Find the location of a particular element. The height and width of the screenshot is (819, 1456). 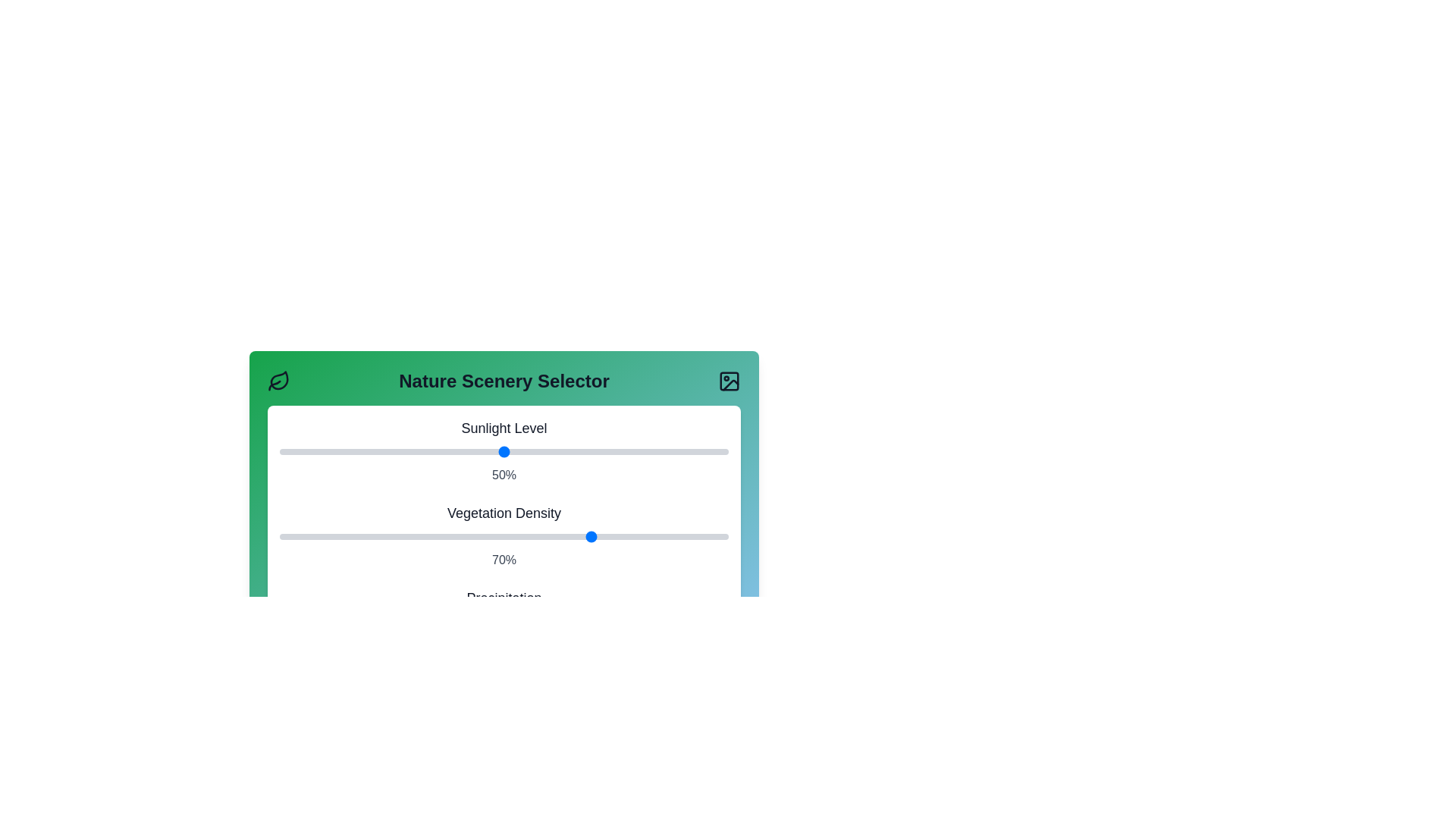

the Sunlight Level slider to 76% is located at coordinates (620, 451).